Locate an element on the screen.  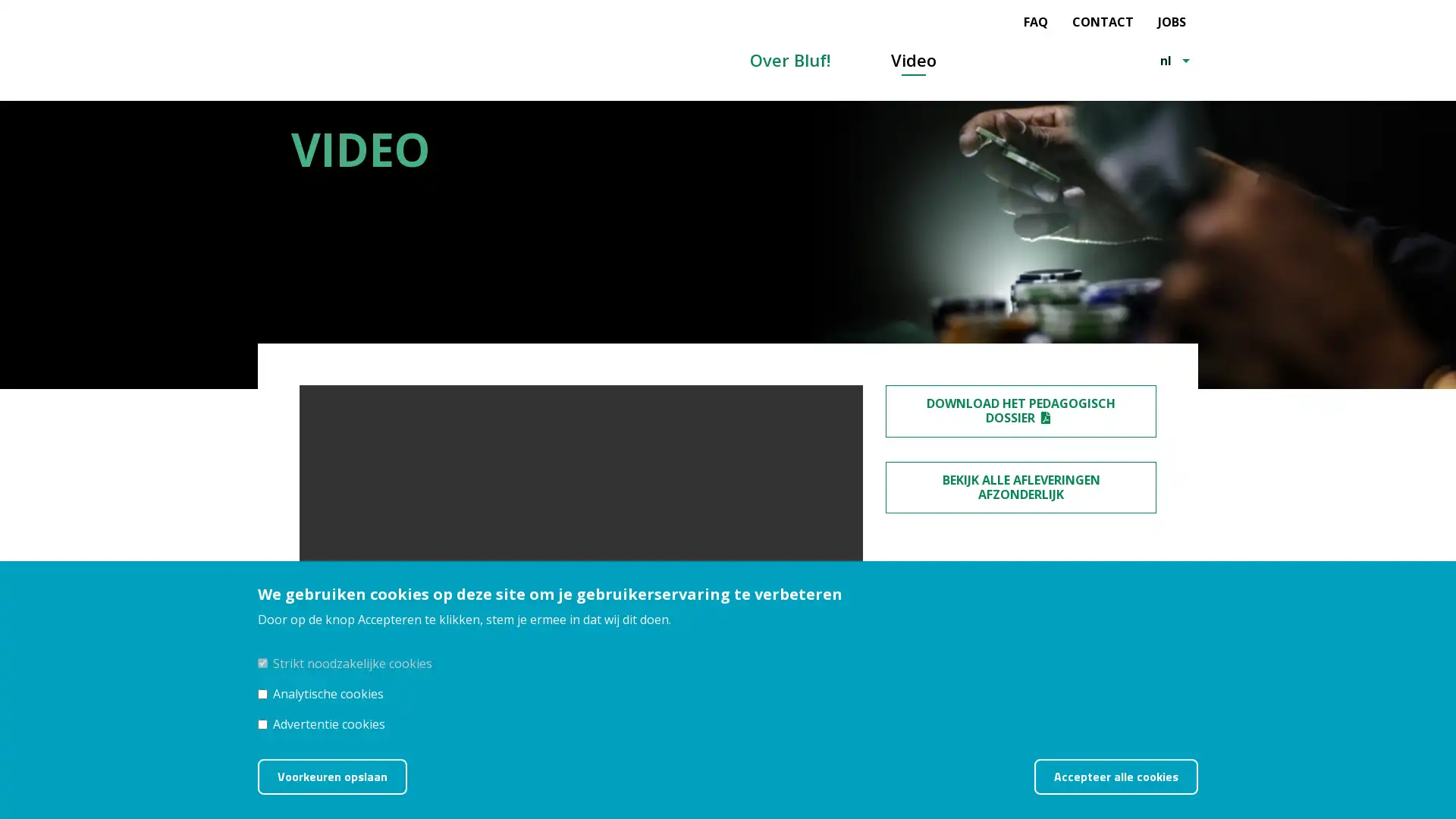
enter full screen is located at coordinates (807, 629).